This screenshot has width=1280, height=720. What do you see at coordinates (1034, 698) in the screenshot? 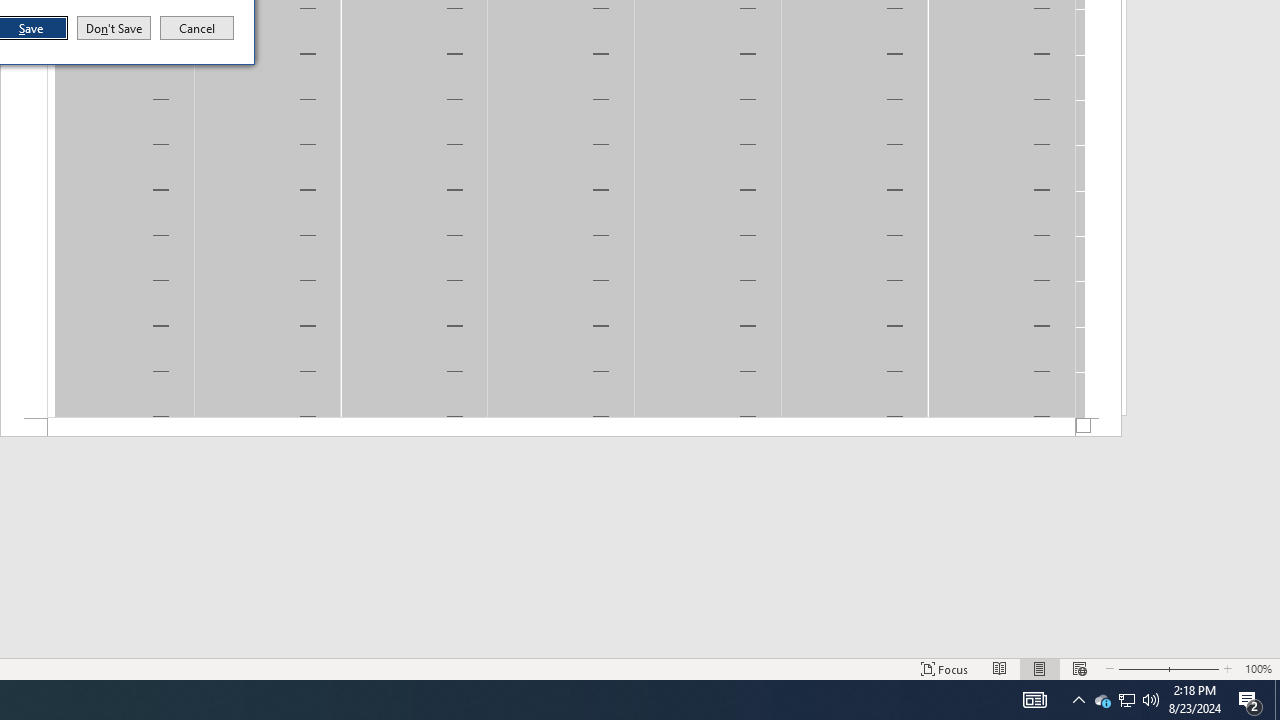
I see `'AutomationID: 4105'` at bounding box center [1034, 698].